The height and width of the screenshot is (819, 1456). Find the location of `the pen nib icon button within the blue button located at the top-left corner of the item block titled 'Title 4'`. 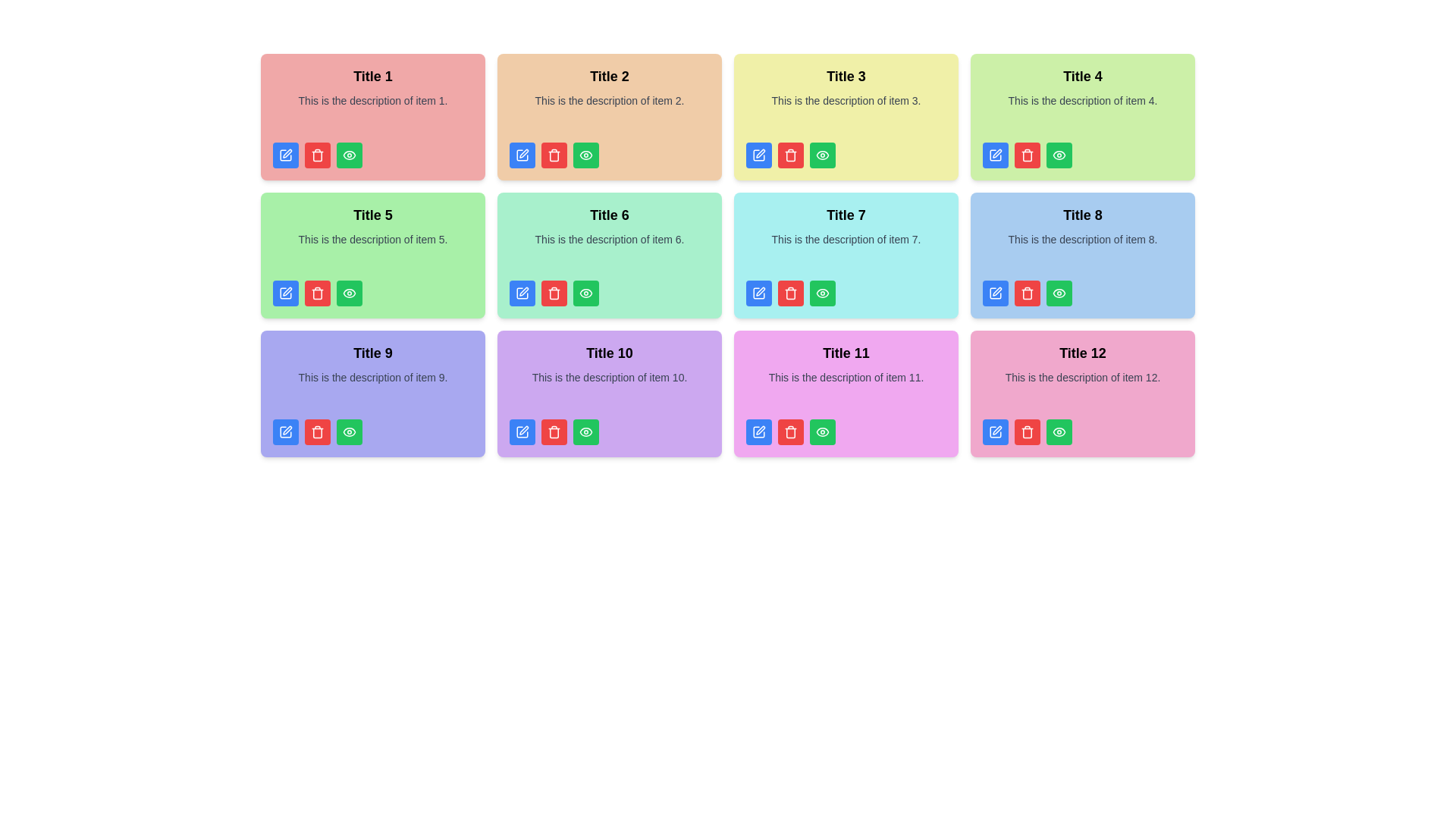

the pen nib icon button within the blue button located at the top-left corner of the item block titled 'Title 4' is located at coordinates (997, 153).